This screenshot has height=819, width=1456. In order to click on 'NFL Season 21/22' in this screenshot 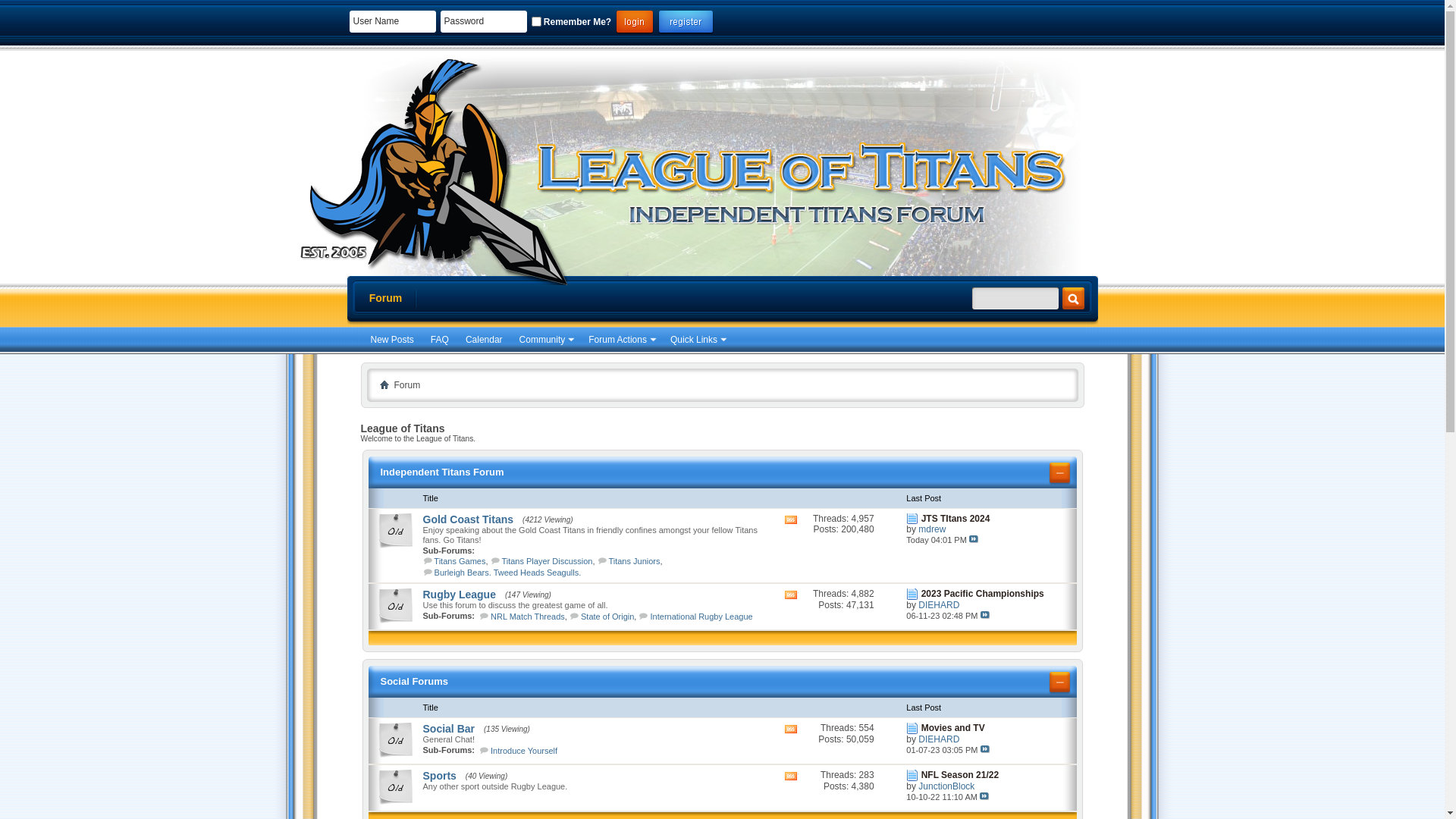, I will do `click(959, 775)`.